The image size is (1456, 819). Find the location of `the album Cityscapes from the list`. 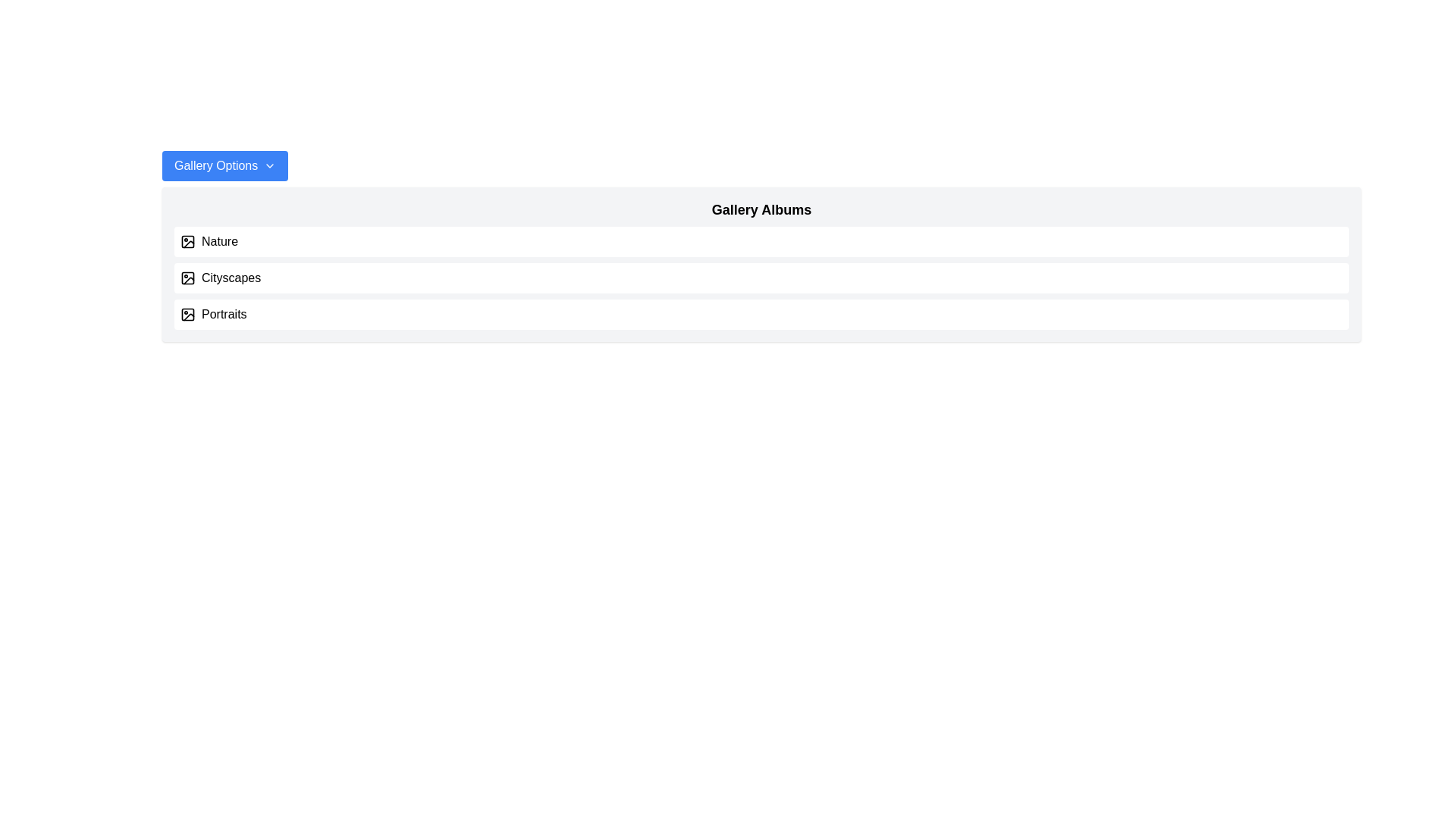

the album Cityscapes from the list is located at coordinates (761, 278).